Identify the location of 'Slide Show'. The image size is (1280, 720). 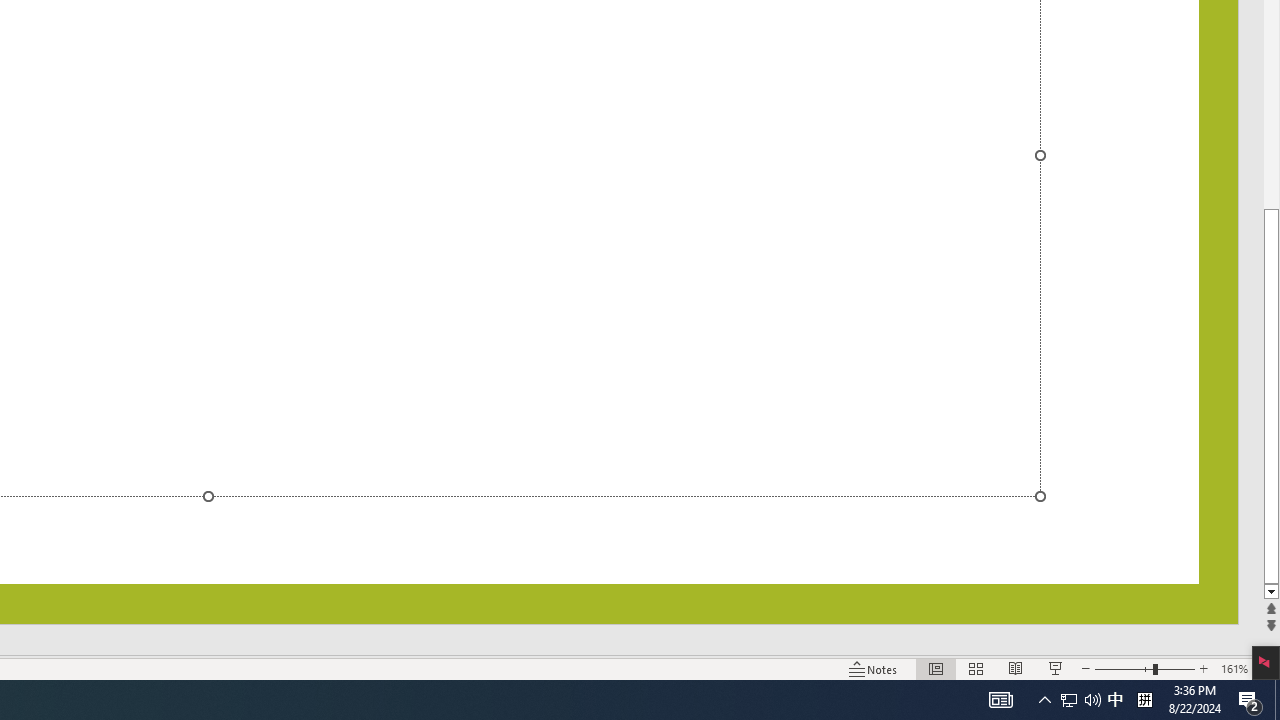
(1055, 669).